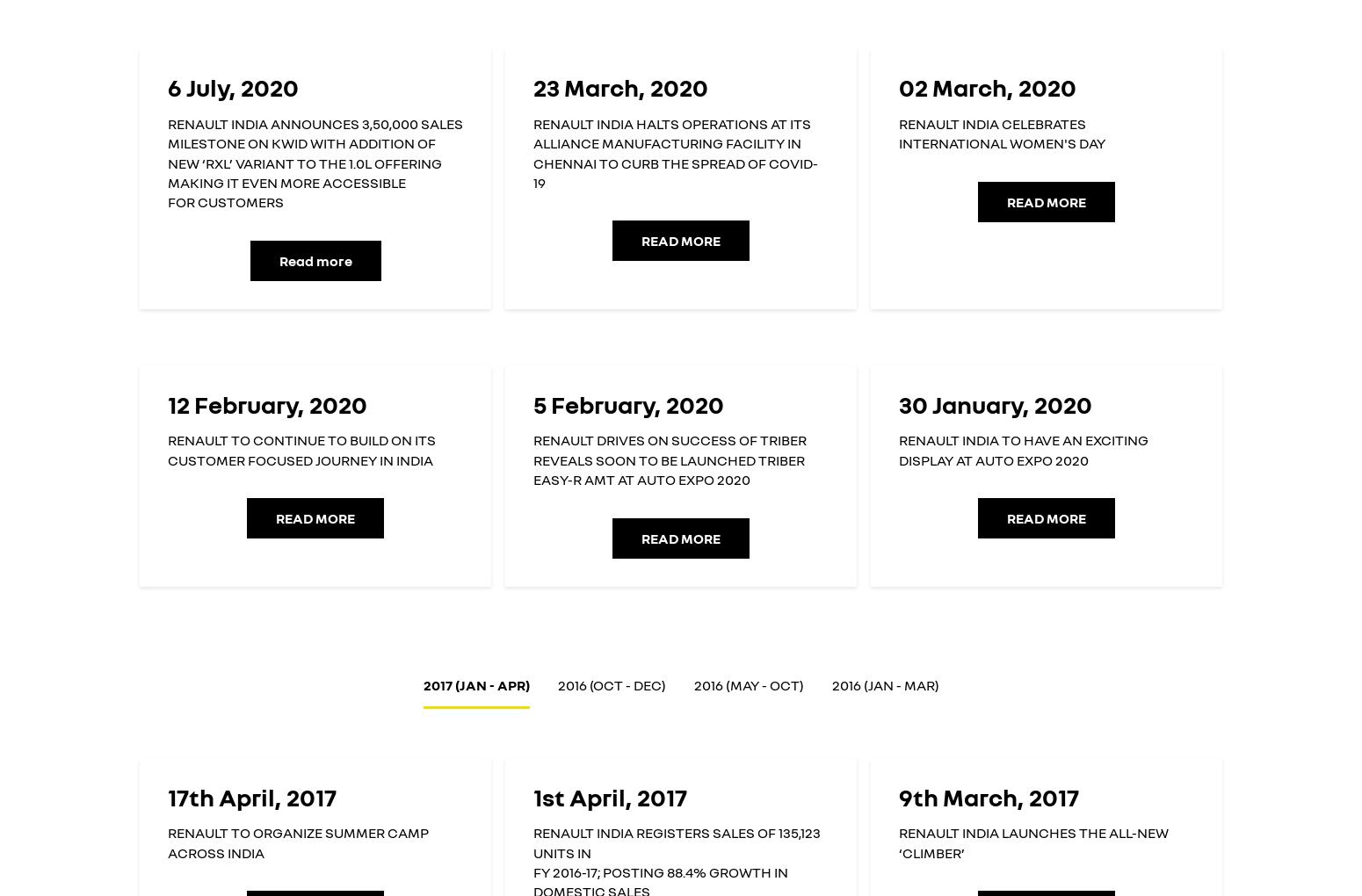 This screenshot has height=896, width=1362. What do you see at coordinates (532, 86) in the screenshot?
I see `'23 March, 2020'` at bounding box center [532, 86].